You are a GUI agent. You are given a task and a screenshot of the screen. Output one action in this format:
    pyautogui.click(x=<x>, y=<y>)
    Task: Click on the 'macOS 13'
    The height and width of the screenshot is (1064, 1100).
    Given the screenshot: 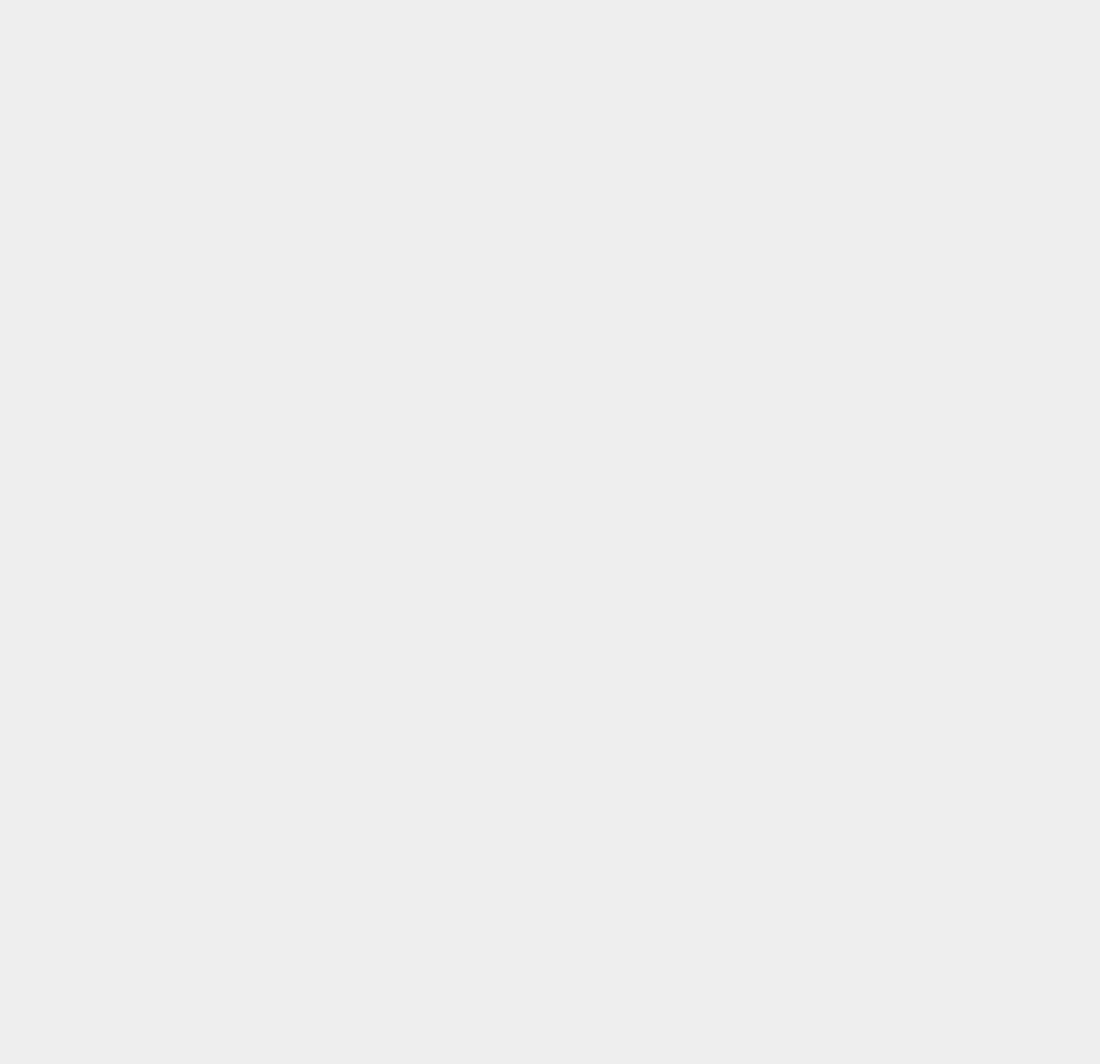 What is the action you would take?
    pyautogui.click(x=810, y=928)
    